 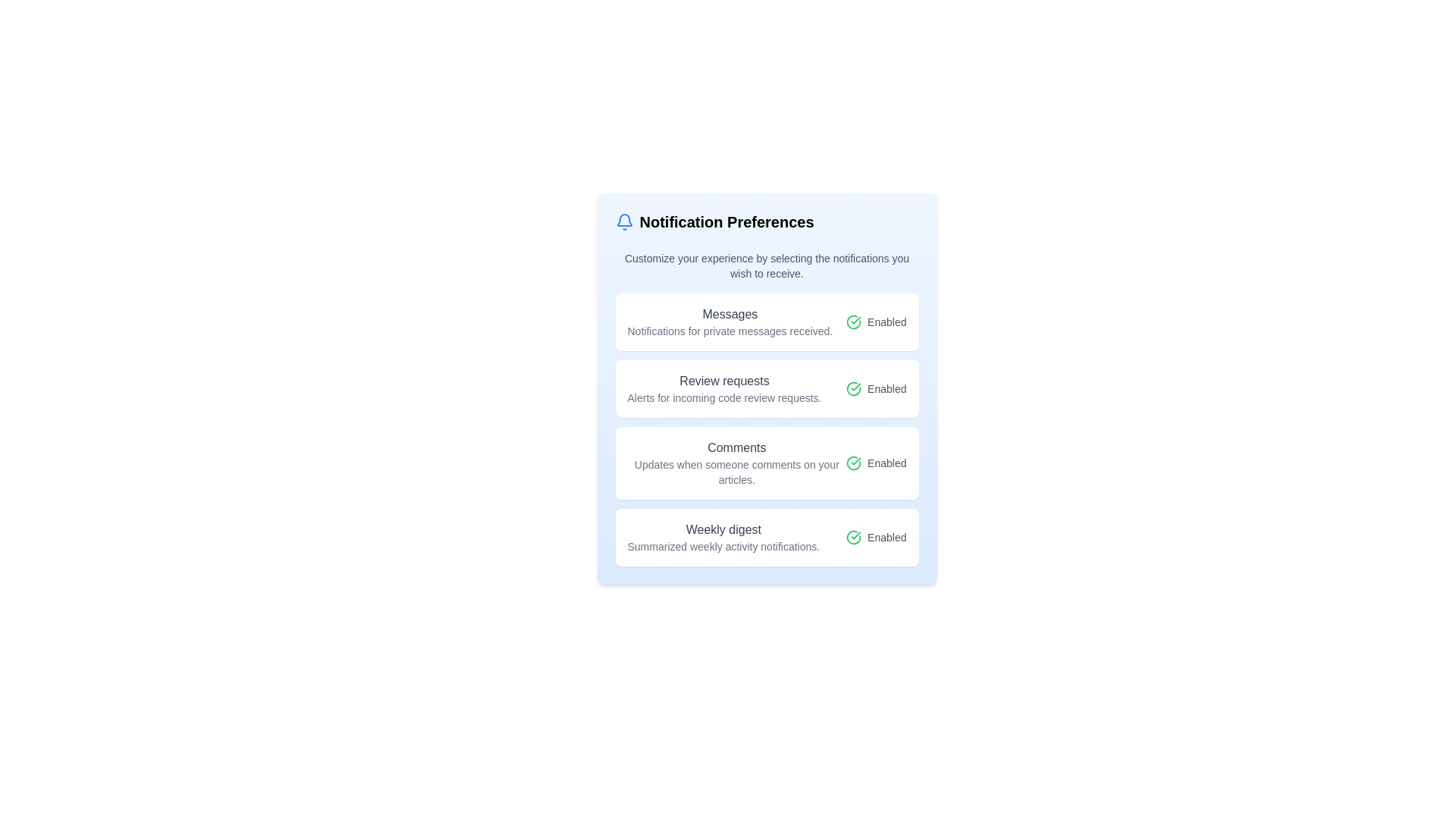 I want to click on the 'Enabled' text or checkmark icon in the third item of the notification settings list, which has a white background and a bold header 'Comments', so click(x=767, y=462).